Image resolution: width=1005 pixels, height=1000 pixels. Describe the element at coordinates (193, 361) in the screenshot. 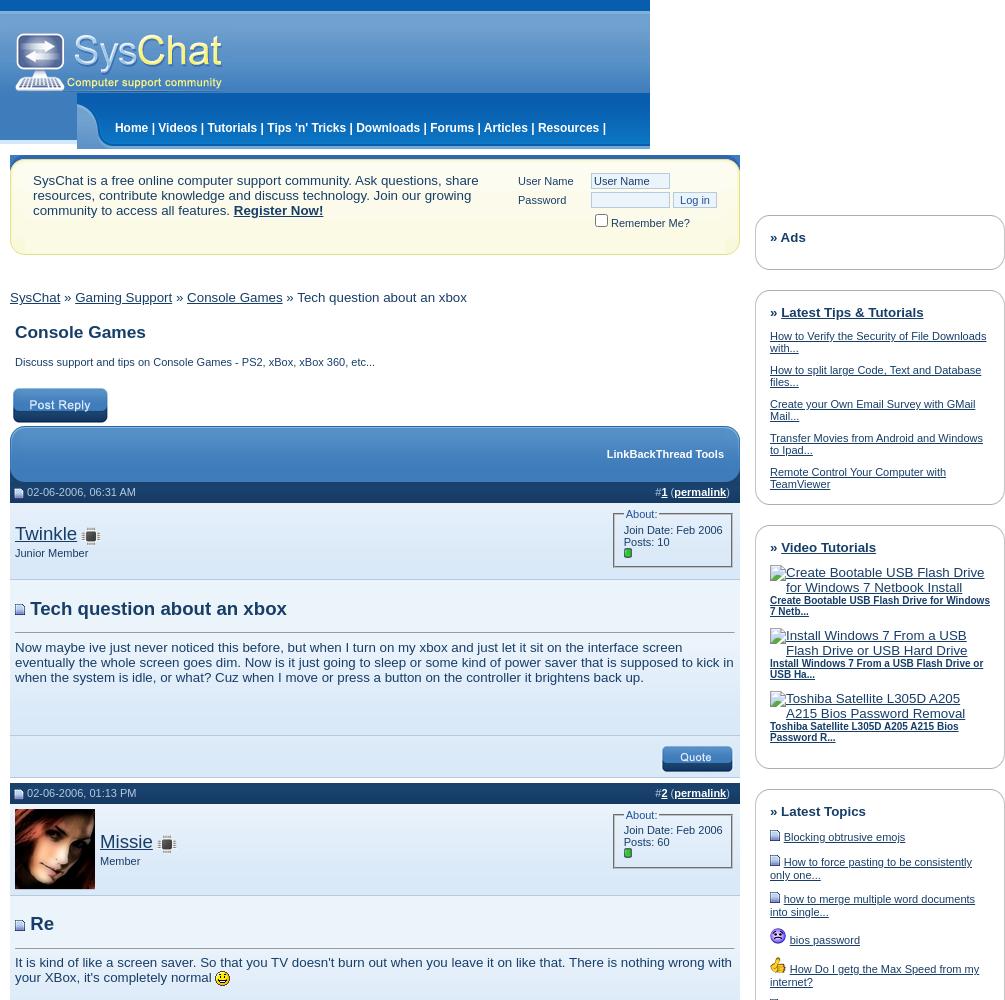

I see `'Discuss support and tips on Console Games - PS2, xBox, xBox 360, etc...'` at that location.